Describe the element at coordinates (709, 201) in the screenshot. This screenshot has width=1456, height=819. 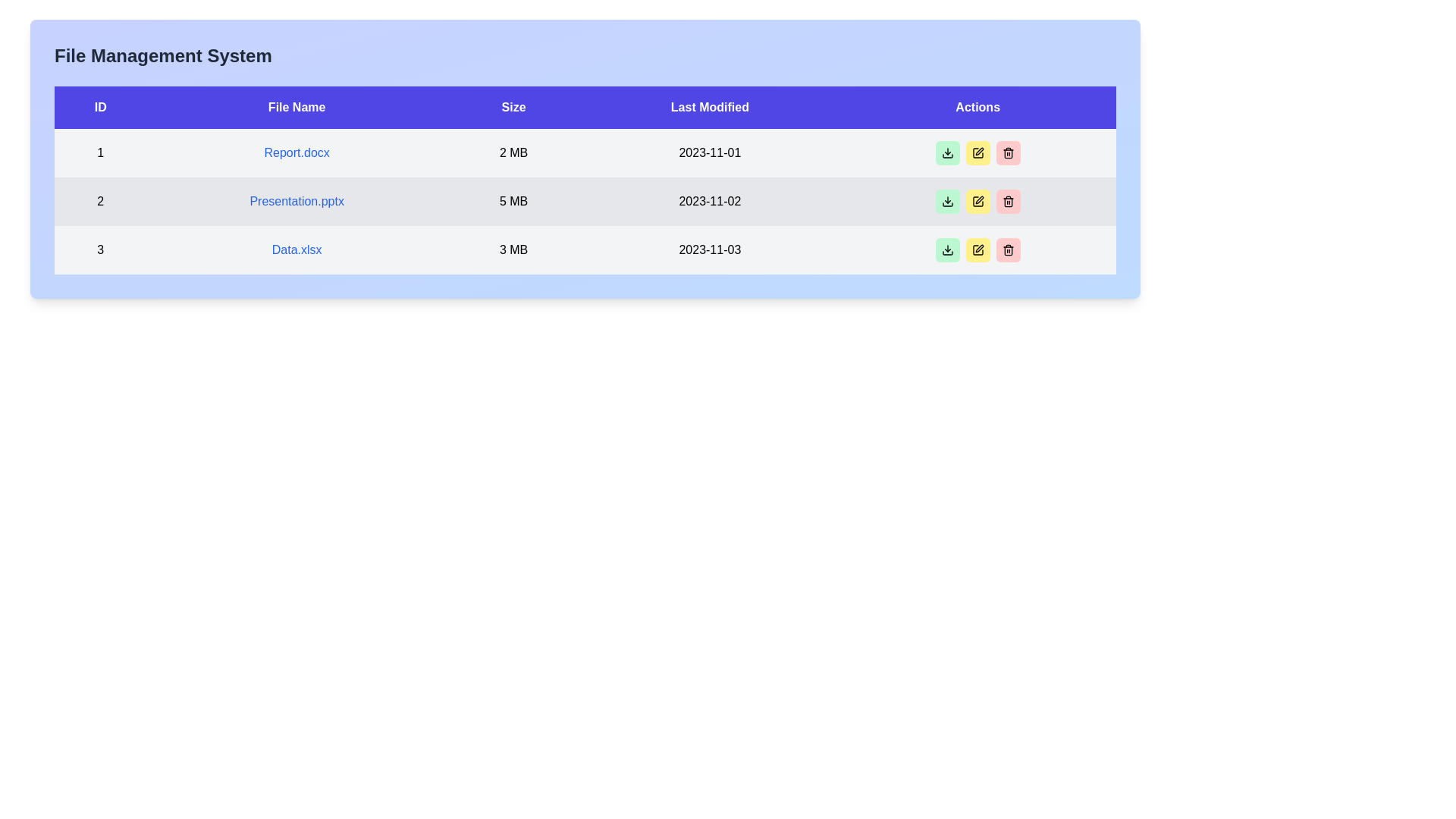
I see `the static text content displaying the last modified date for the file in the fourth cell of the second row of the table` at that location.